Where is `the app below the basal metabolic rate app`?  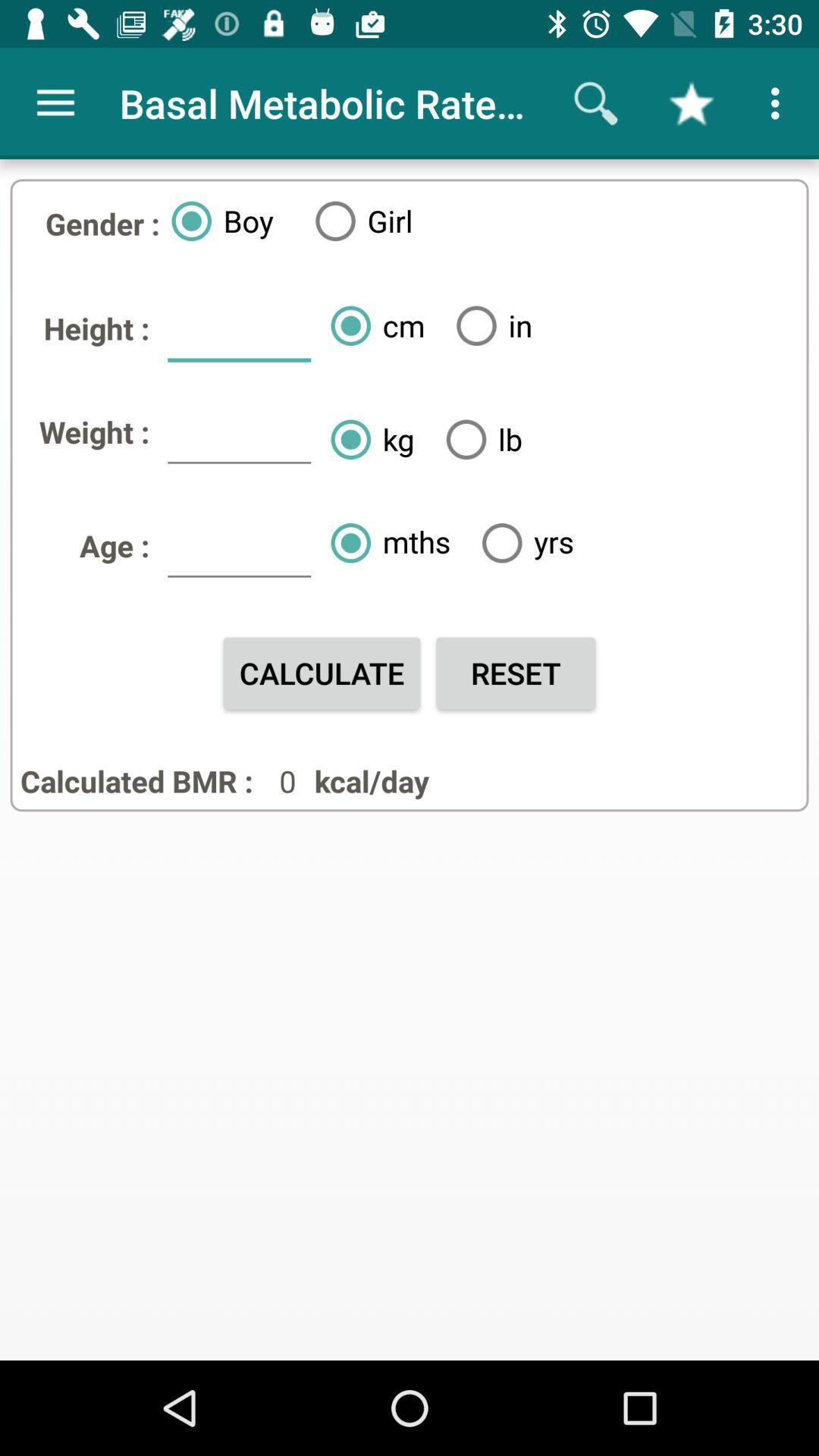
the app below the basal metabolic rate app is located at coordinates (488, 325).